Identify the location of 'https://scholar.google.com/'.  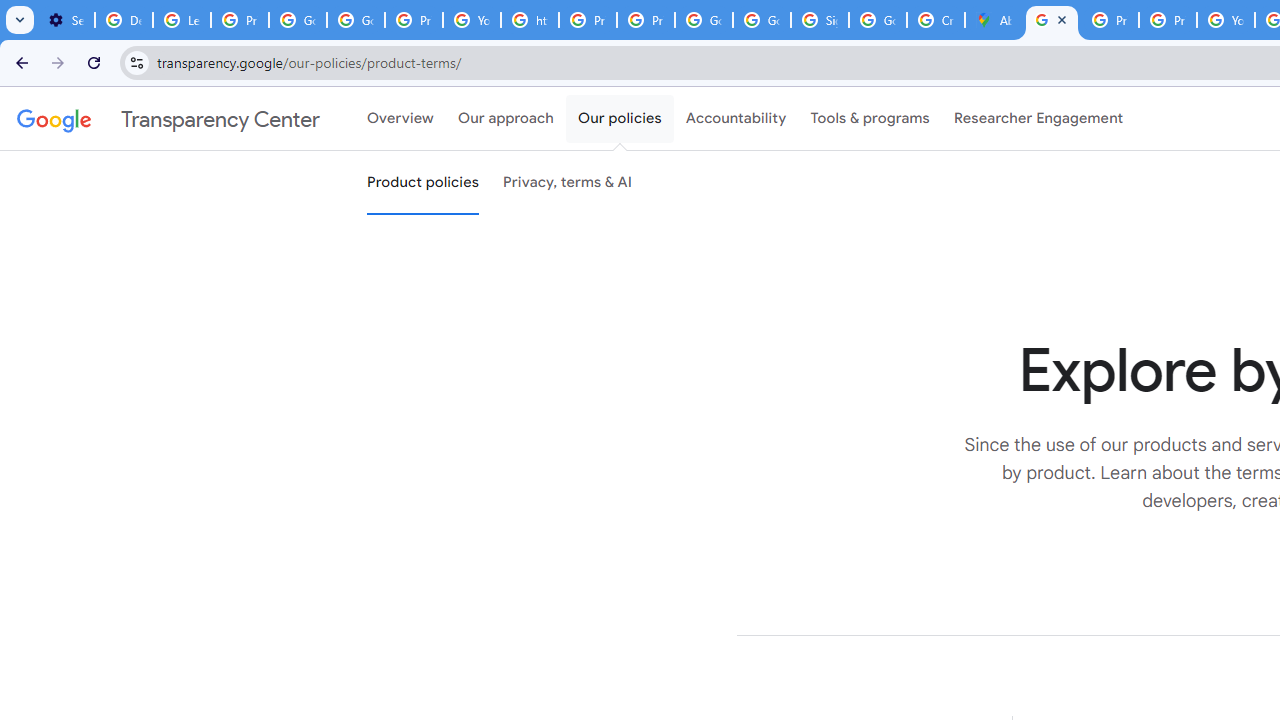
(529, 20).